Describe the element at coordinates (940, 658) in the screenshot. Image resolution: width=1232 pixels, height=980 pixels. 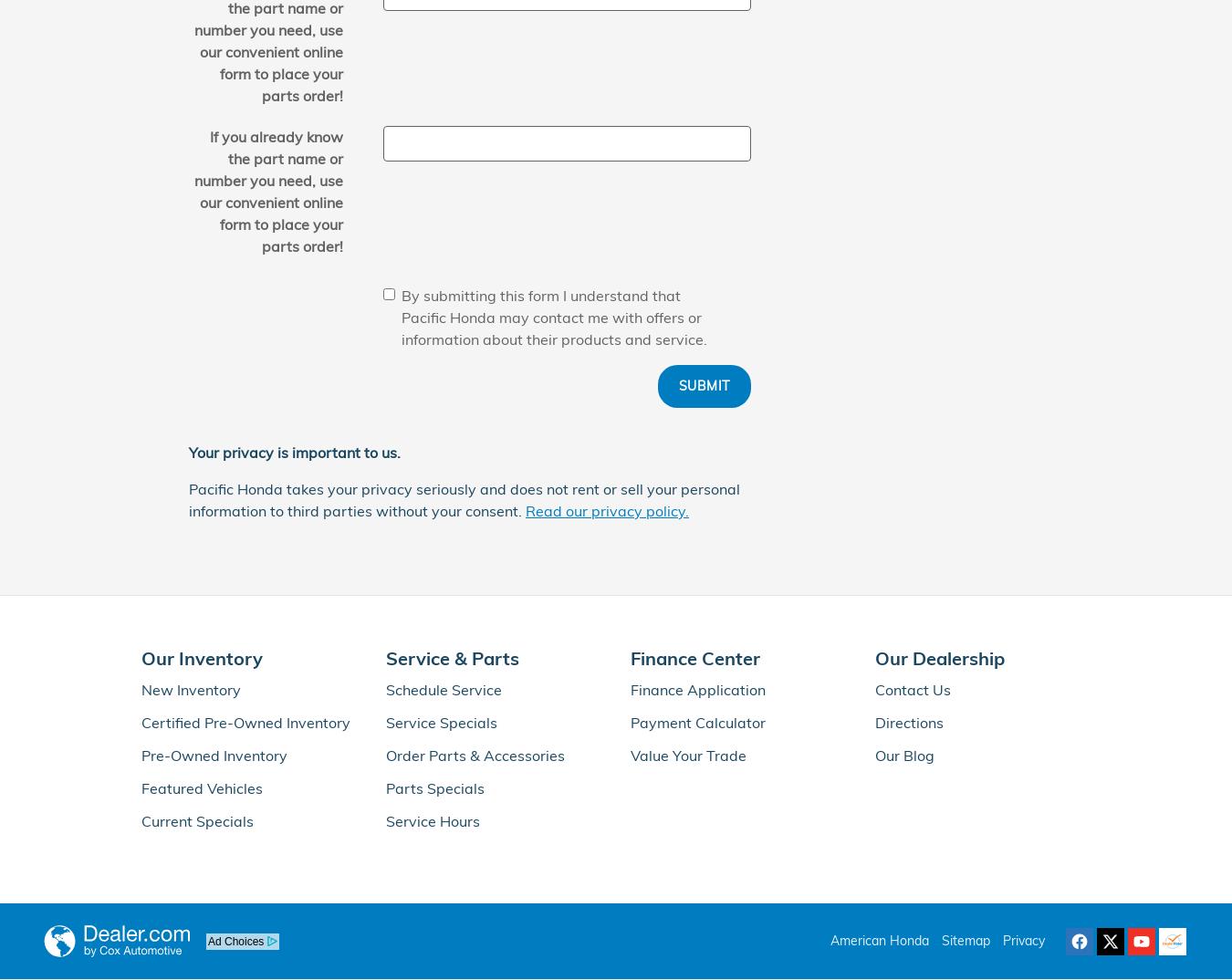
I see `'Our Dealership'` at that location.